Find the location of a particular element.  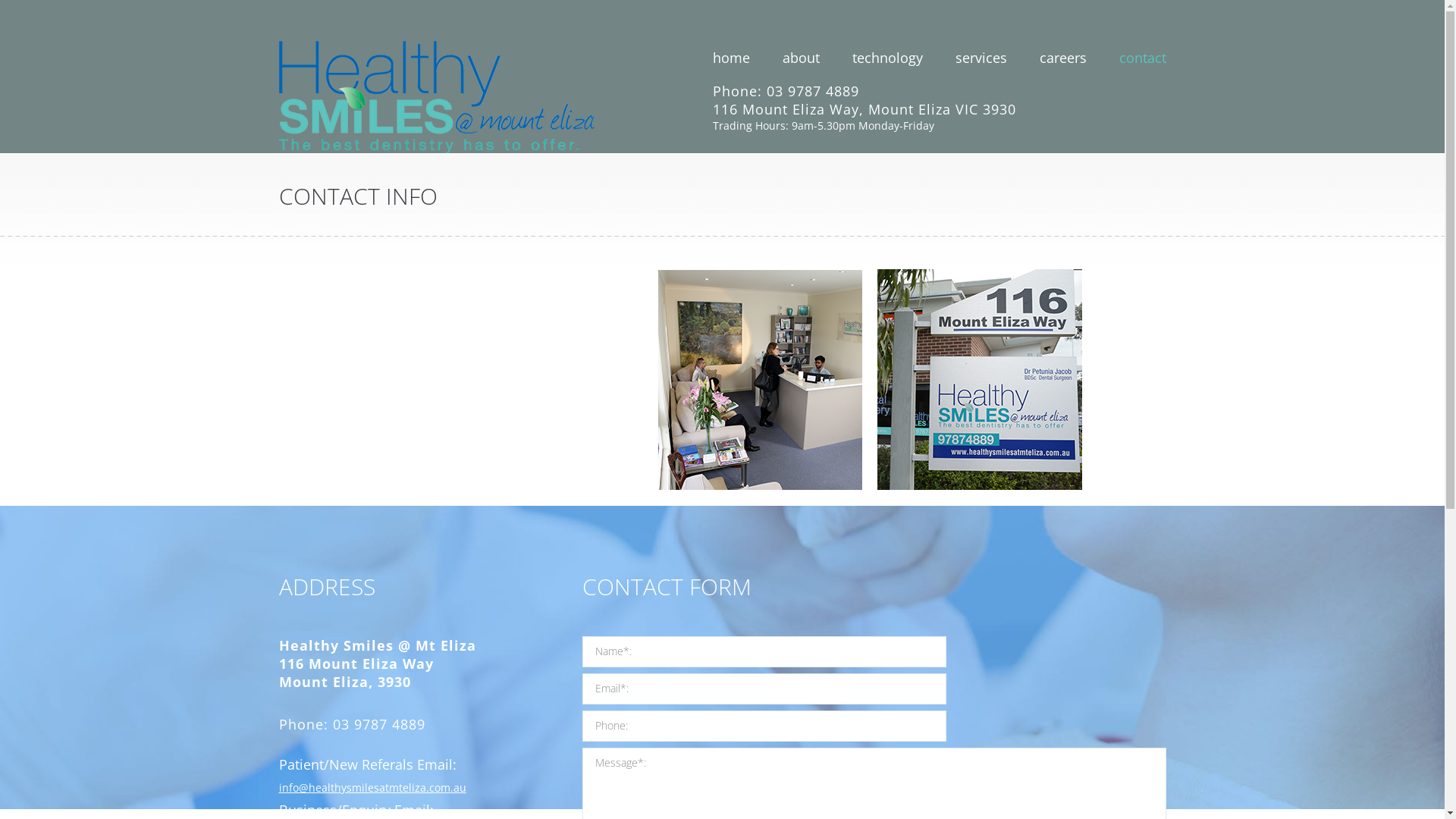

'services' is located at coordinates (954, 57).